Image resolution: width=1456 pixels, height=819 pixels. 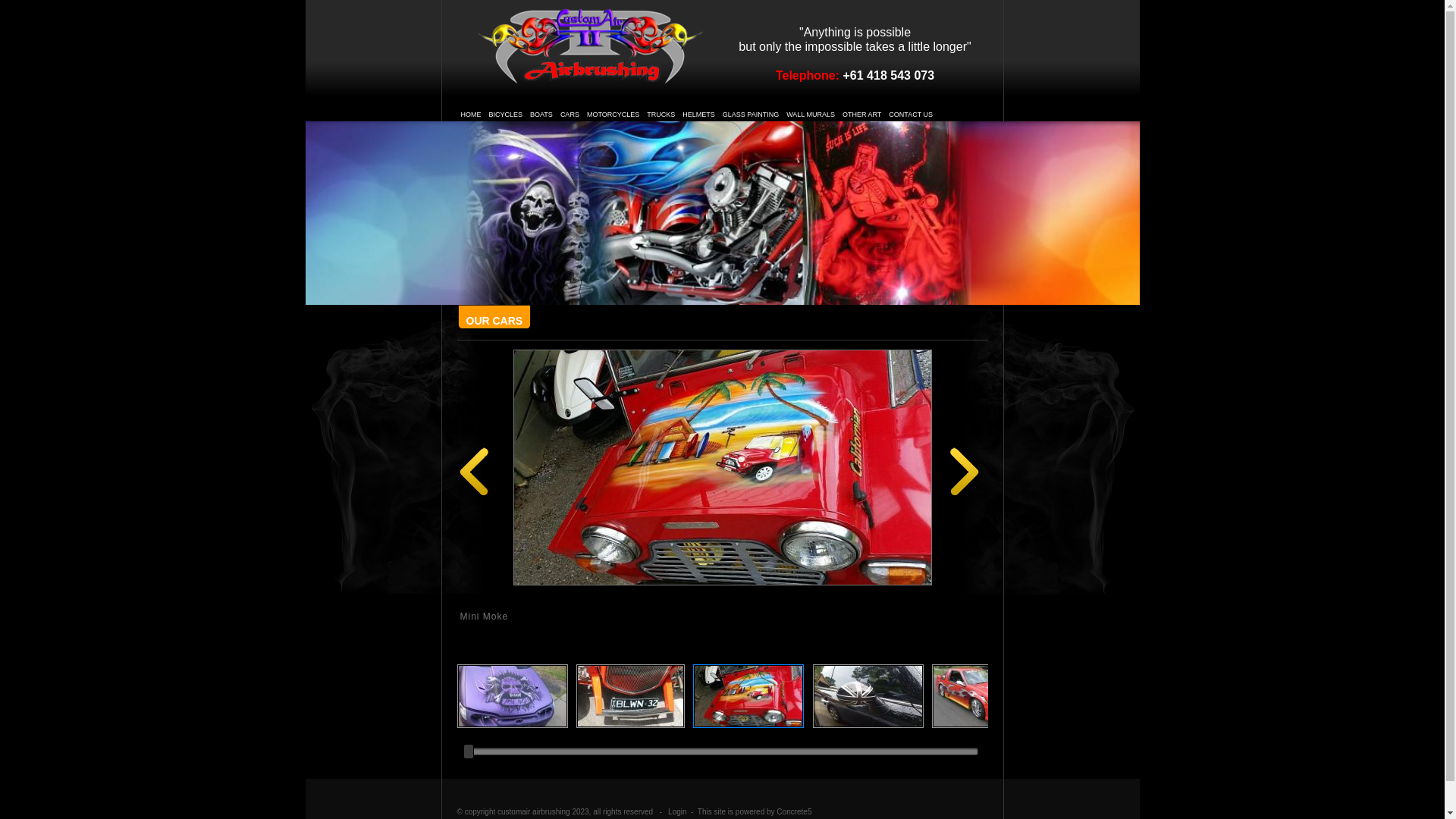 I want to click on 'CARS', so click(x=569, y=113).